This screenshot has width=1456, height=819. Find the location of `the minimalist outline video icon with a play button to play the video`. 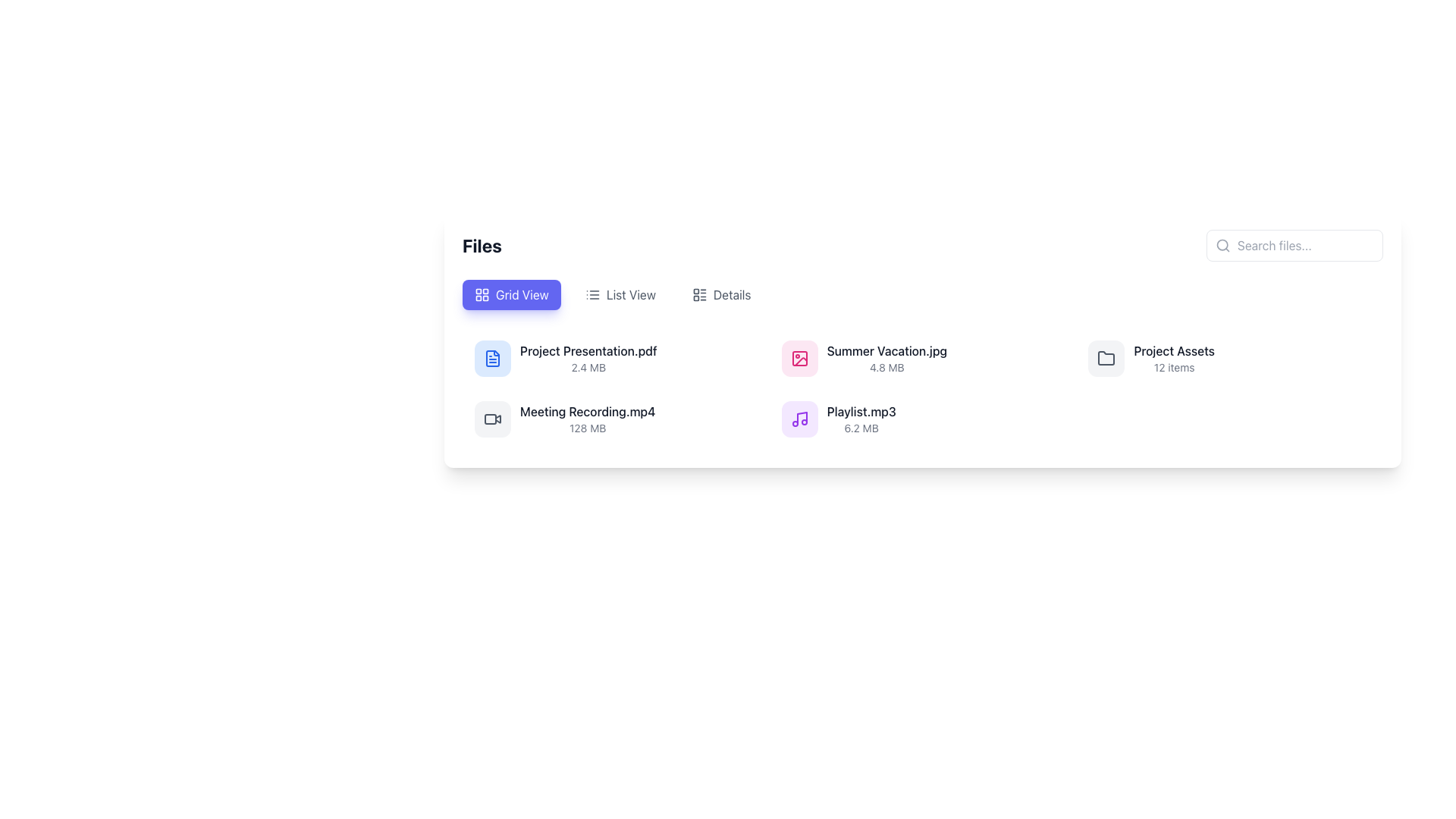

the minimalist outline video icon with a play button to play the video is located at coordinates (492, 419).